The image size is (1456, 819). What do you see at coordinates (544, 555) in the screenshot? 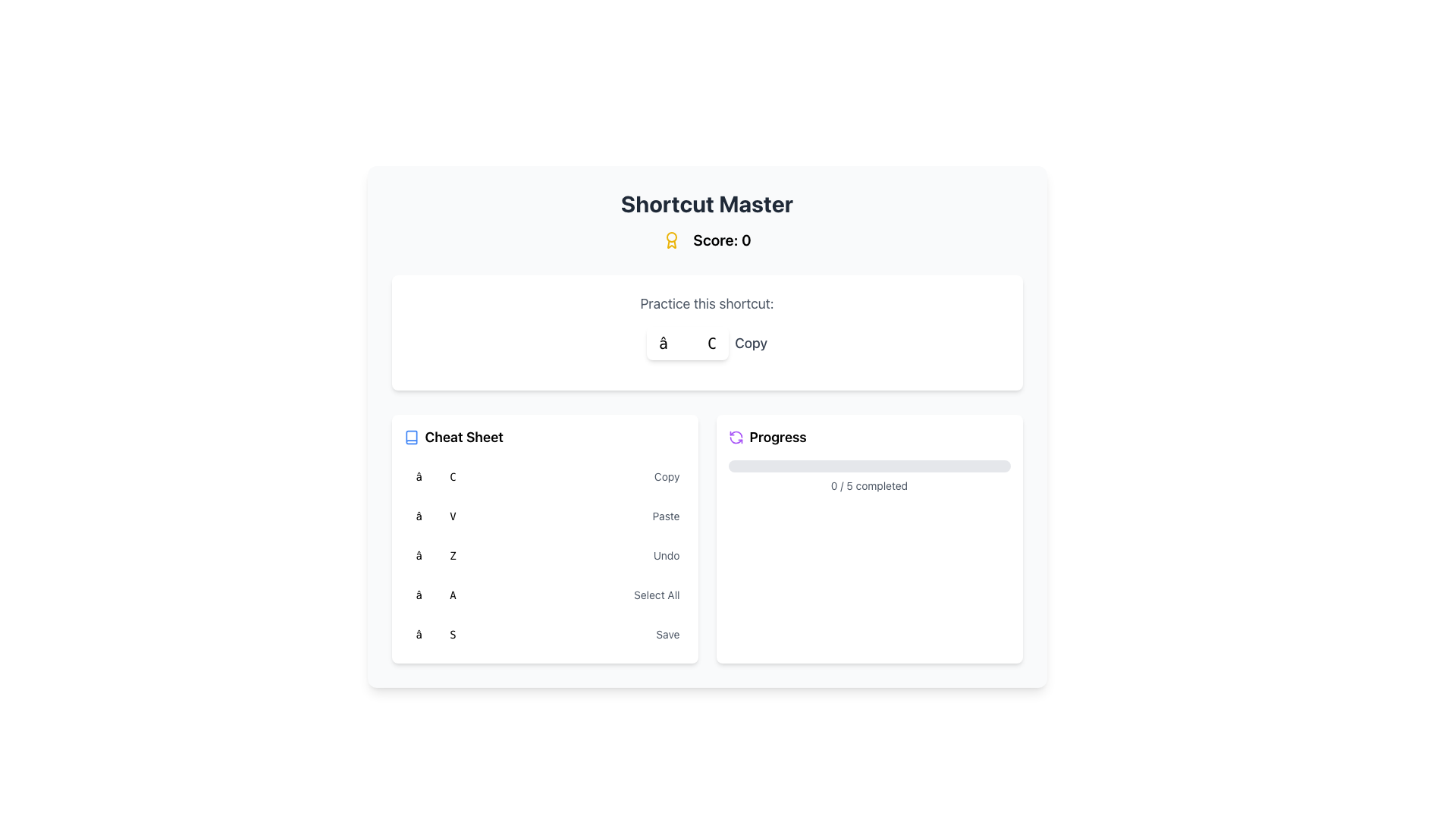
I see `the 'Undo' shortcut information element, which is the third item in the 'Cheat Sheet' list located in the left panel of the interface, positioned between 'Copy' and 'Paste' above 'Select All' and 'Save'` at bounding box center [544, 555].